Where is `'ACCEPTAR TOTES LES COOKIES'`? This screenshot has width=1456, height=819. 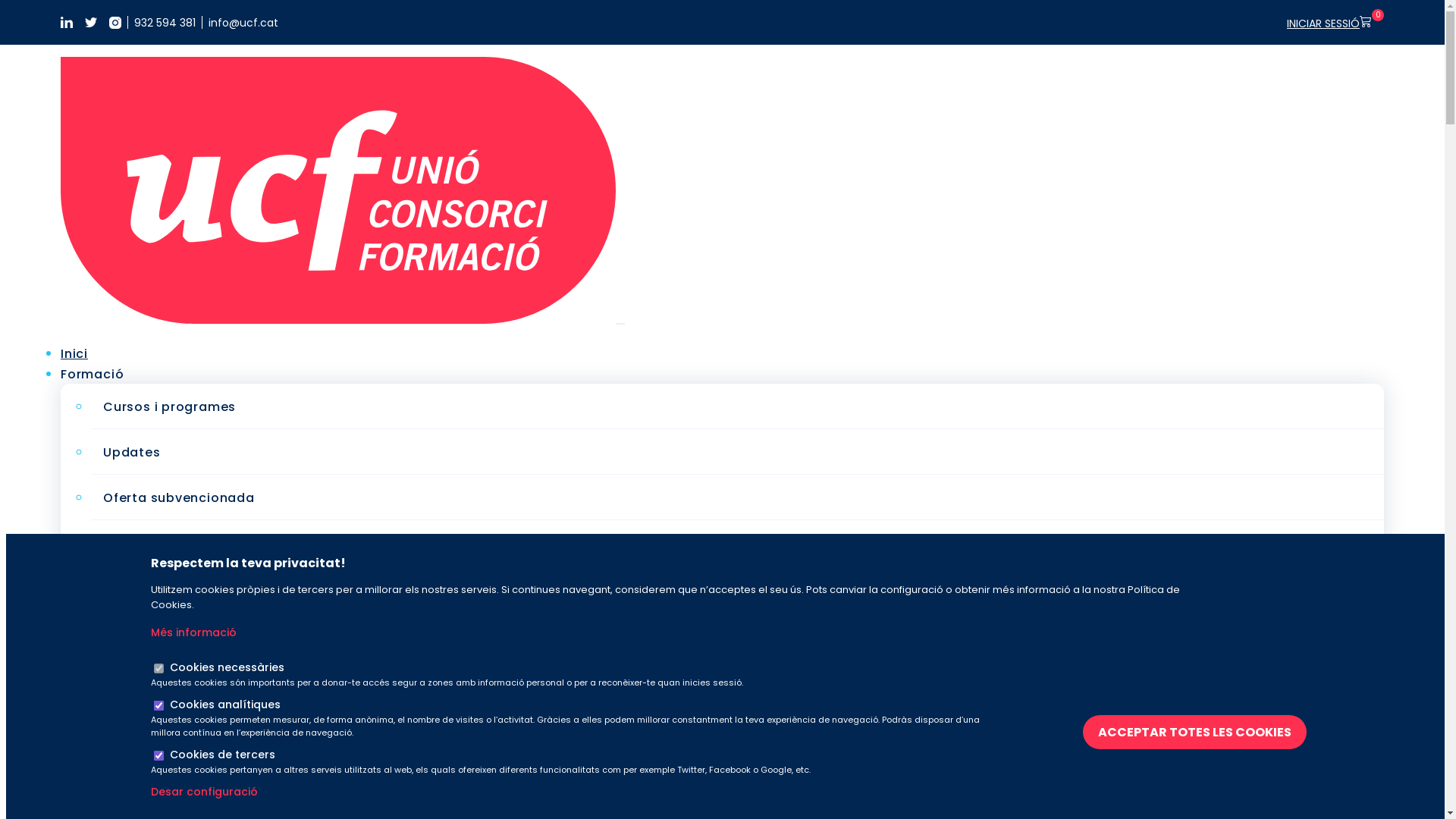 'ACCEPTAR TOTES LES COOKIES' is located at coordinates (1194, 730).